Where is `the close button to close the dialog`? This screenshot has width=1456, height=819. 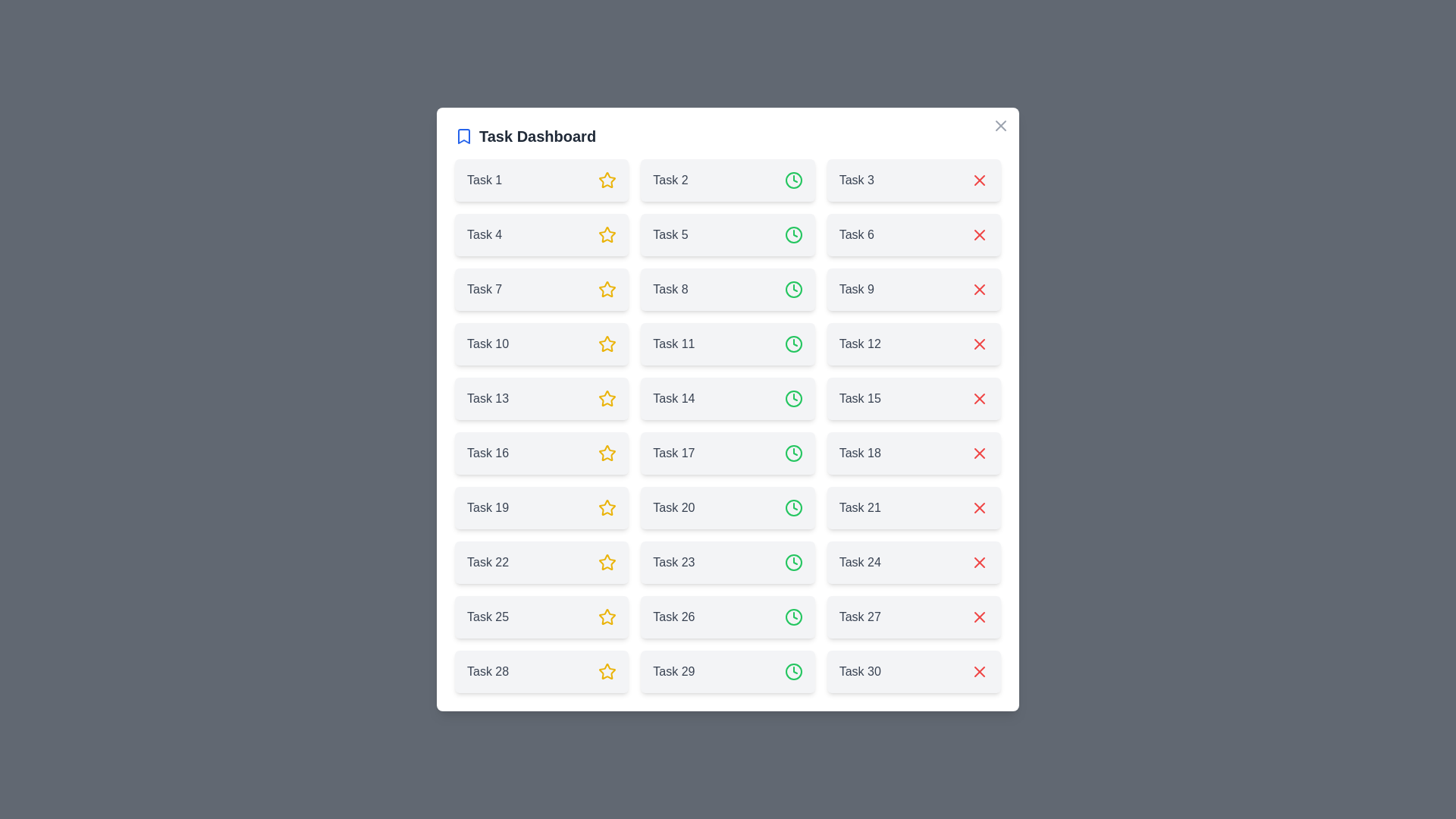 the close button to close the dialog is located at coordinates (1001, 124).